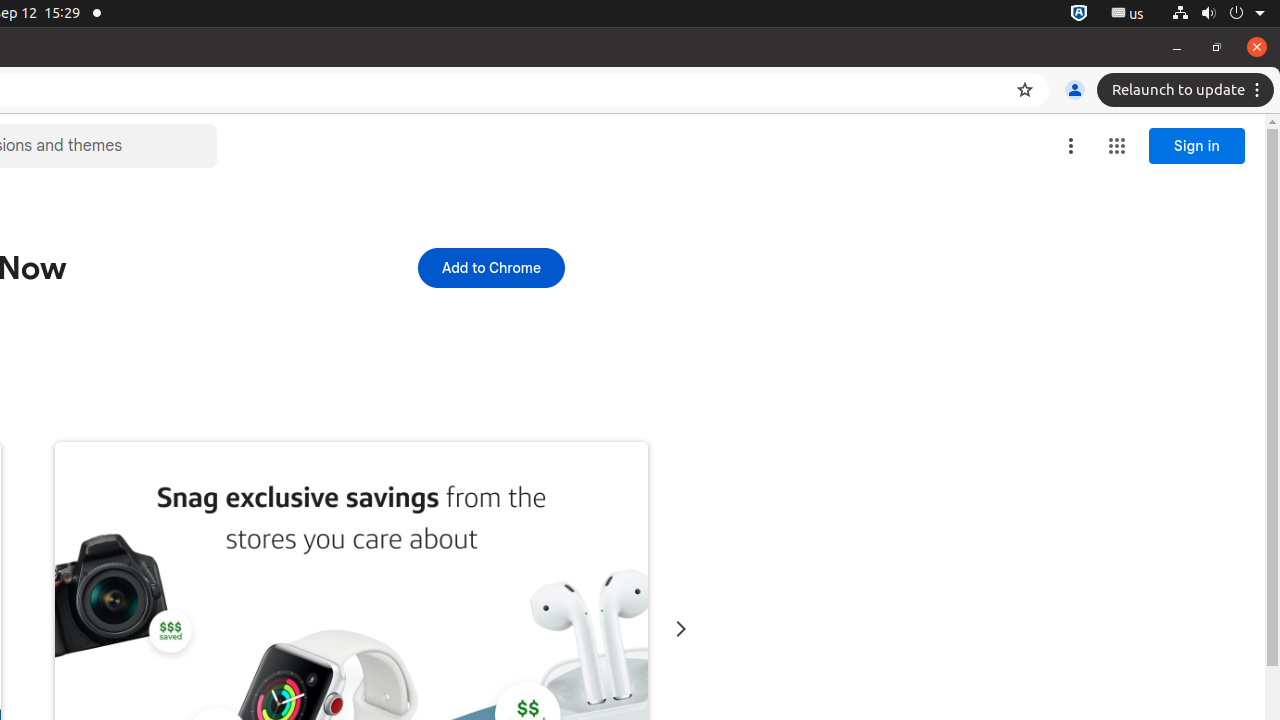 This screenshot has width=1280, height=720. I want to click on 'You', so click(1073, 90).